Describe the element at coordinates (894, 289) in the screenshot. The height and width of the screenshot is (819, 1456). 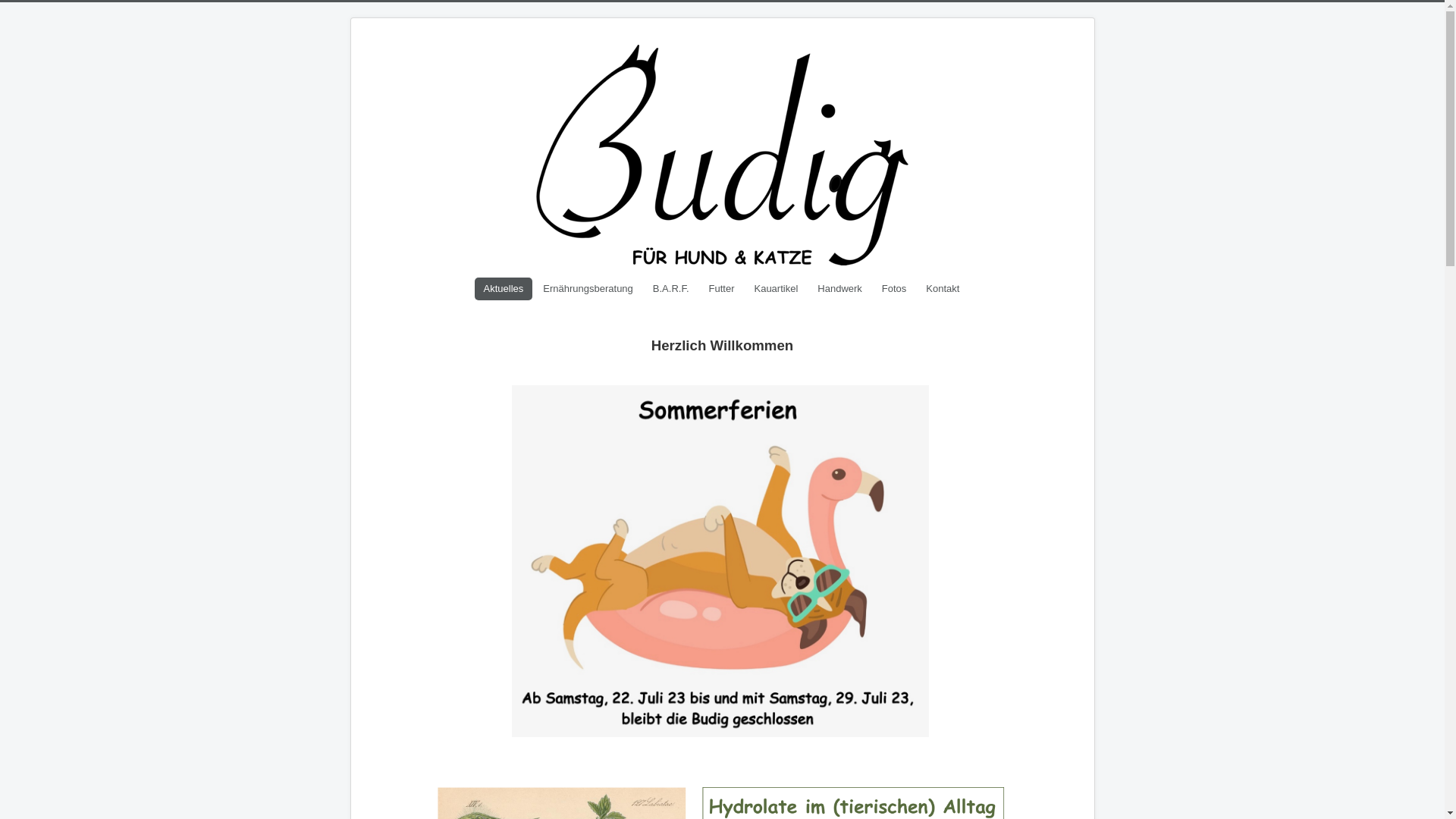
I see `'Fotos'` at that location.